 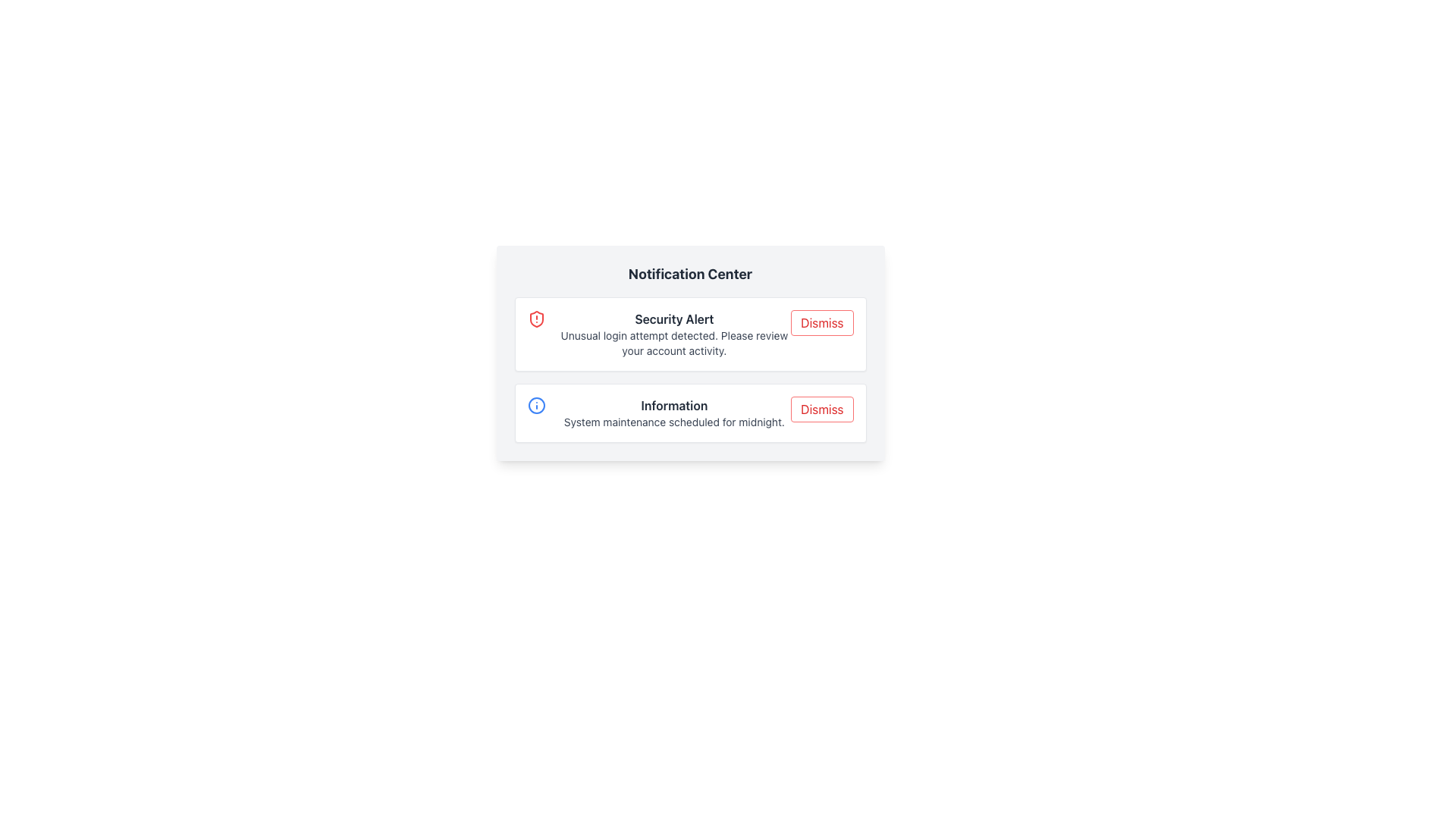 I want to click on the text label 'Security Alert' which is styled in medium font weight and displayed in dark gray color, positioned above the message about an unusual login attempt, so click(x=673, y=318).